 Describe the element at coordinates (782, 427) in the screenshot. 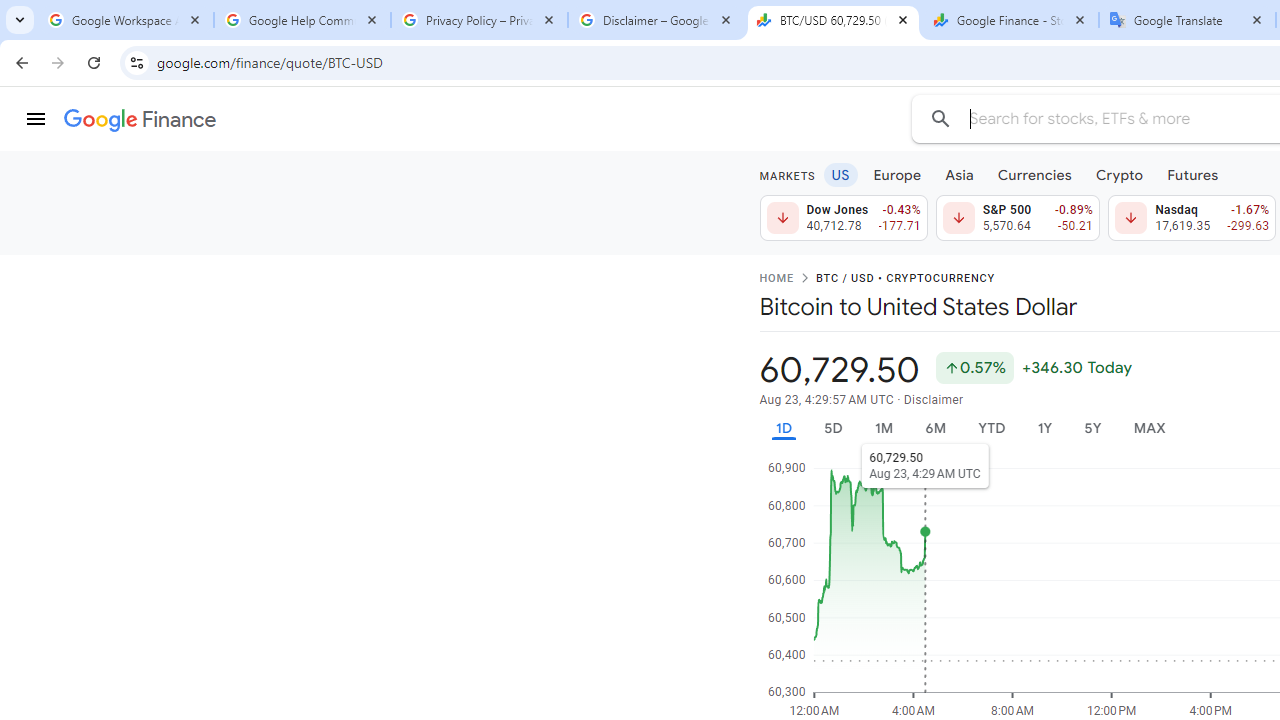

I see `'1D'` at that location.